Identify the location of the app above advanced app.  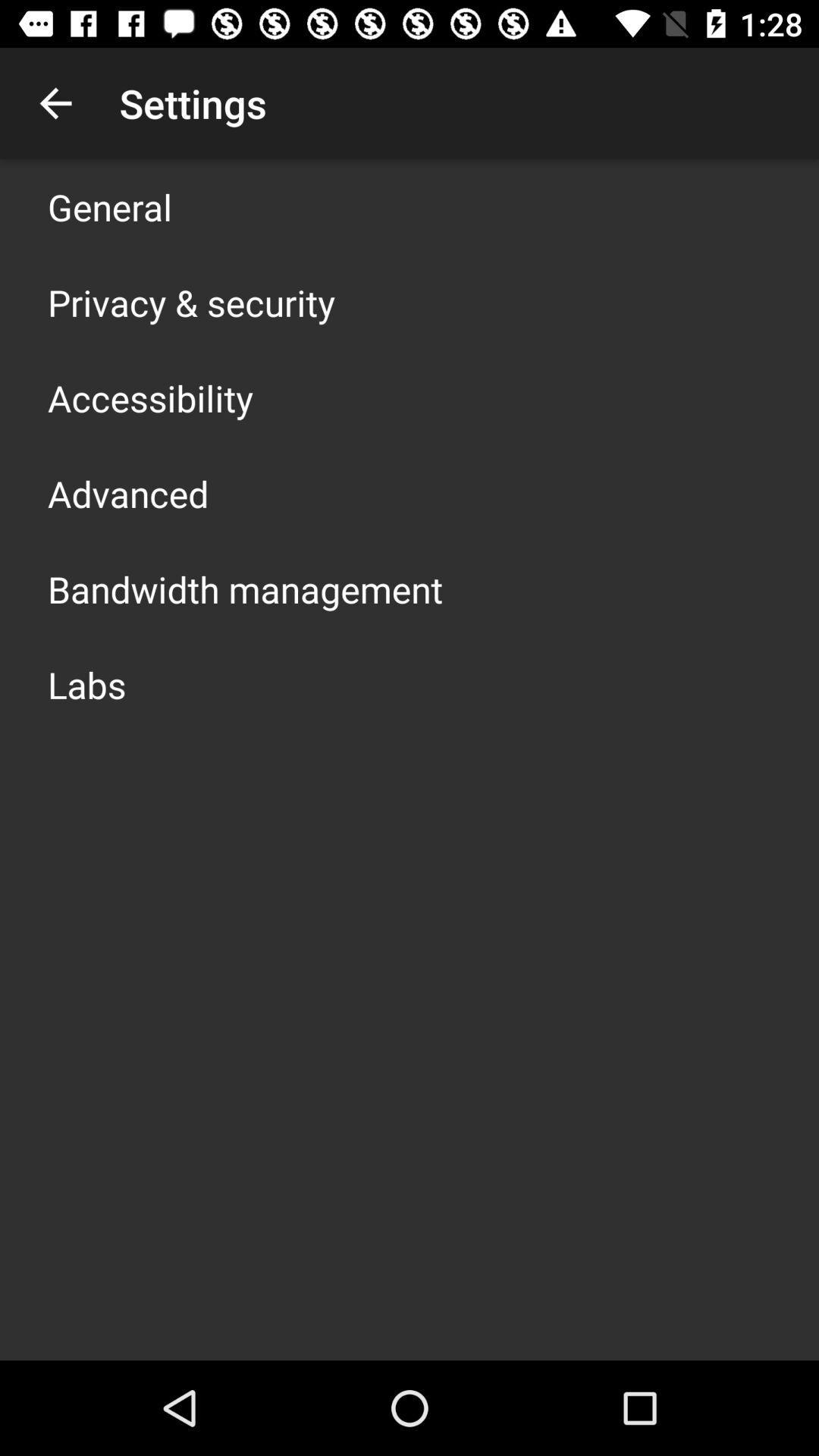
(150, 397).